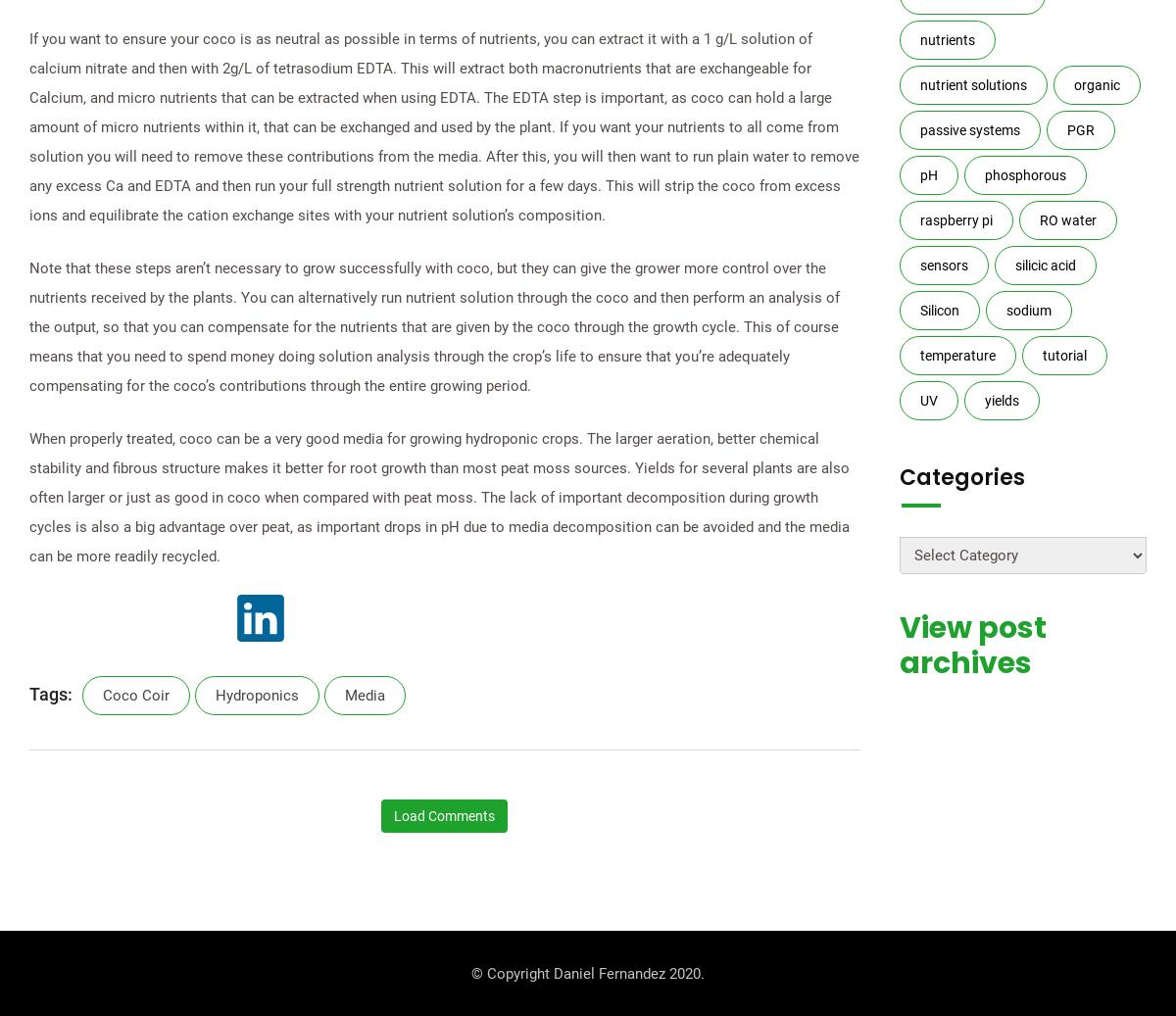  Describe the element at coordinates (972, 84) in the screenshot. I see `'nutrient solutions'` at that location.